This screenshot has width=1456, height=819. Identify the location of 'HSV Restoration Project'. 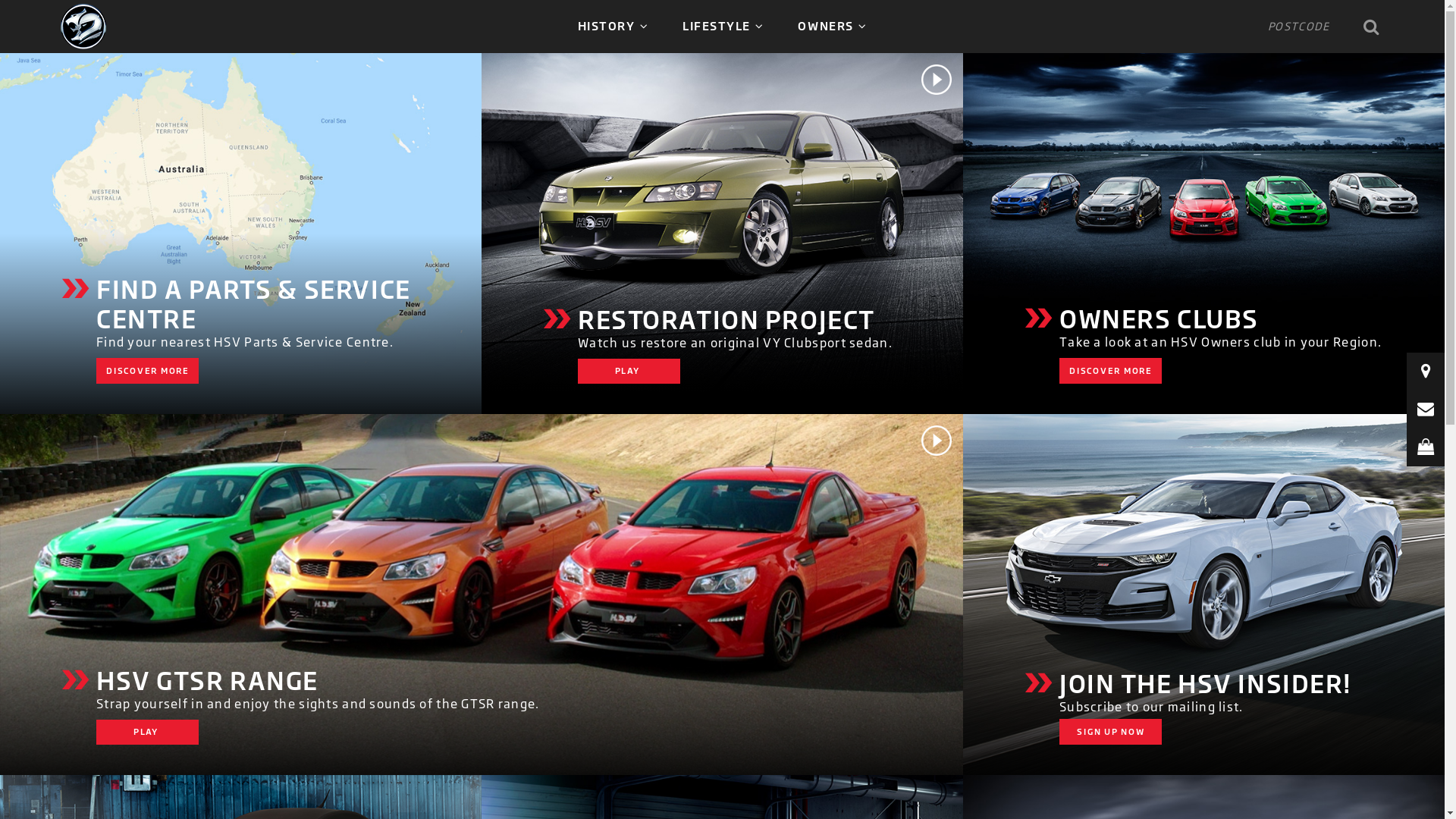
(721, 234).